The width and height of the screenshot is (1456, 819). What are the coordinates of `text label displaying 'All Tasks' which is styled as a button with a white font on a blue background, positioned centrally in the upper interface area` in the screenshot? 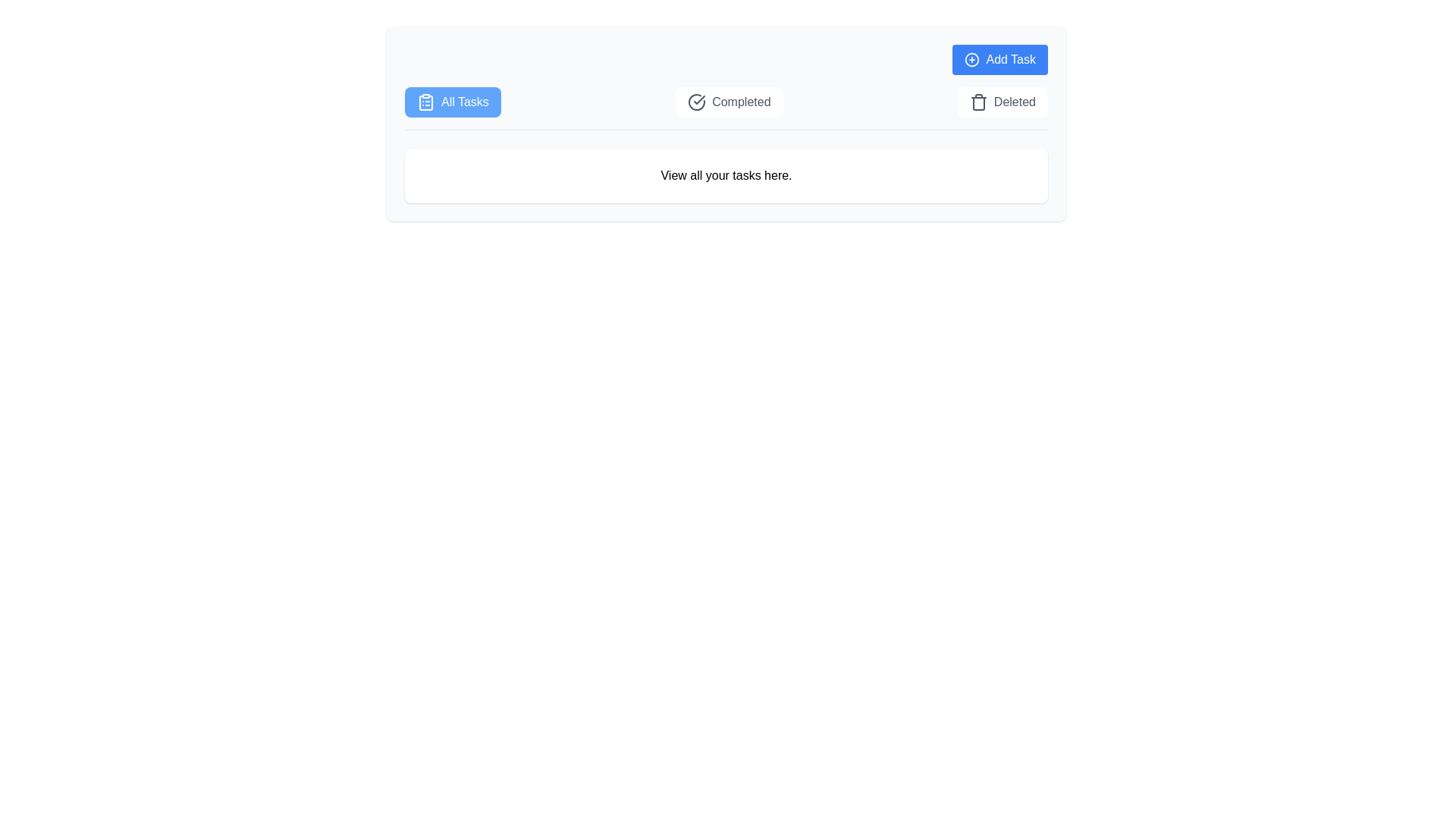 It's located at (464, 102).